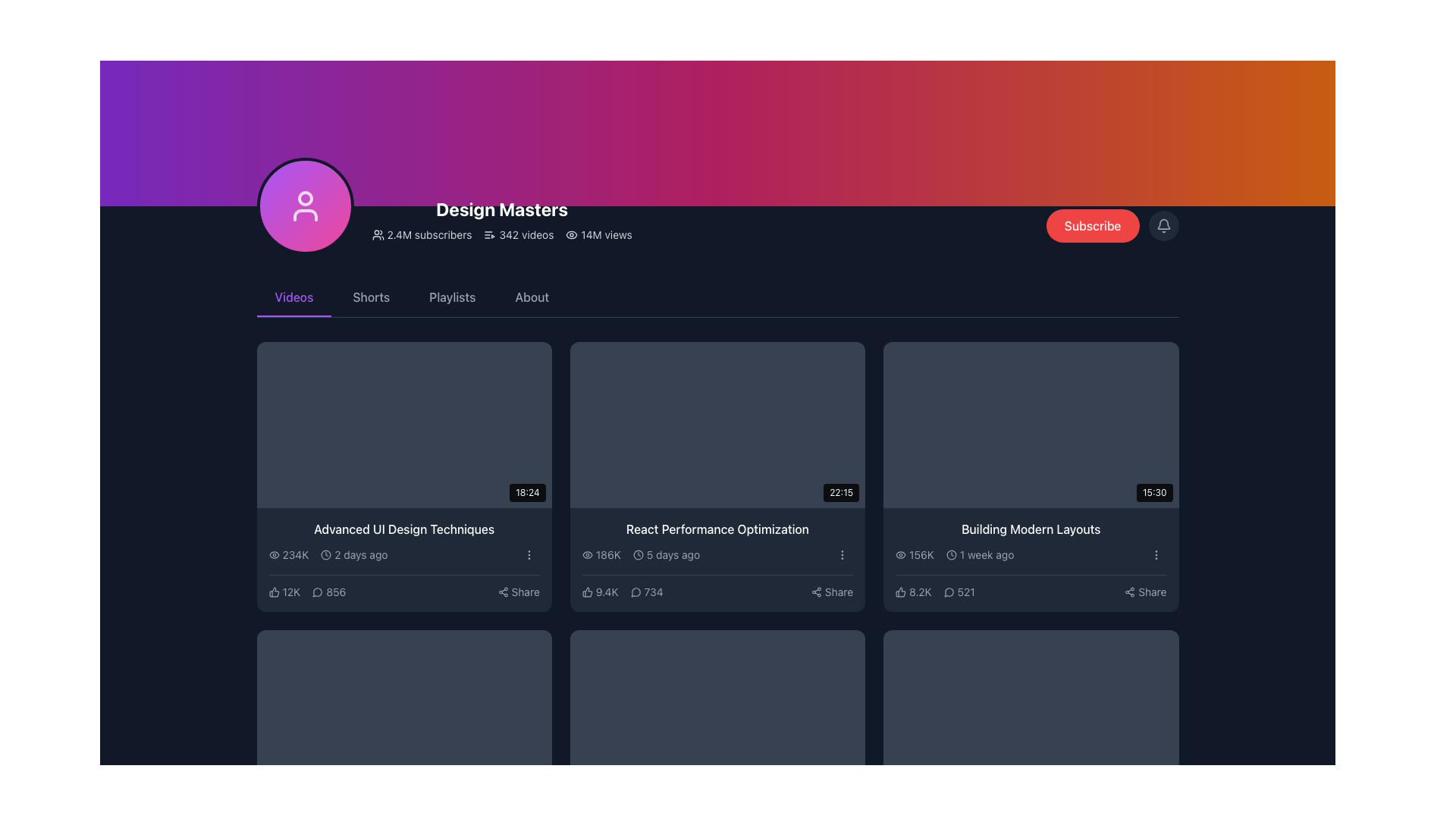  What do you see at coordinates (519, 234) in the screenshot?
I see `text '342 videos' displayed with an icon resembling a list with a play button, located in the information section of the user interface` at bounding box center [519, 234].